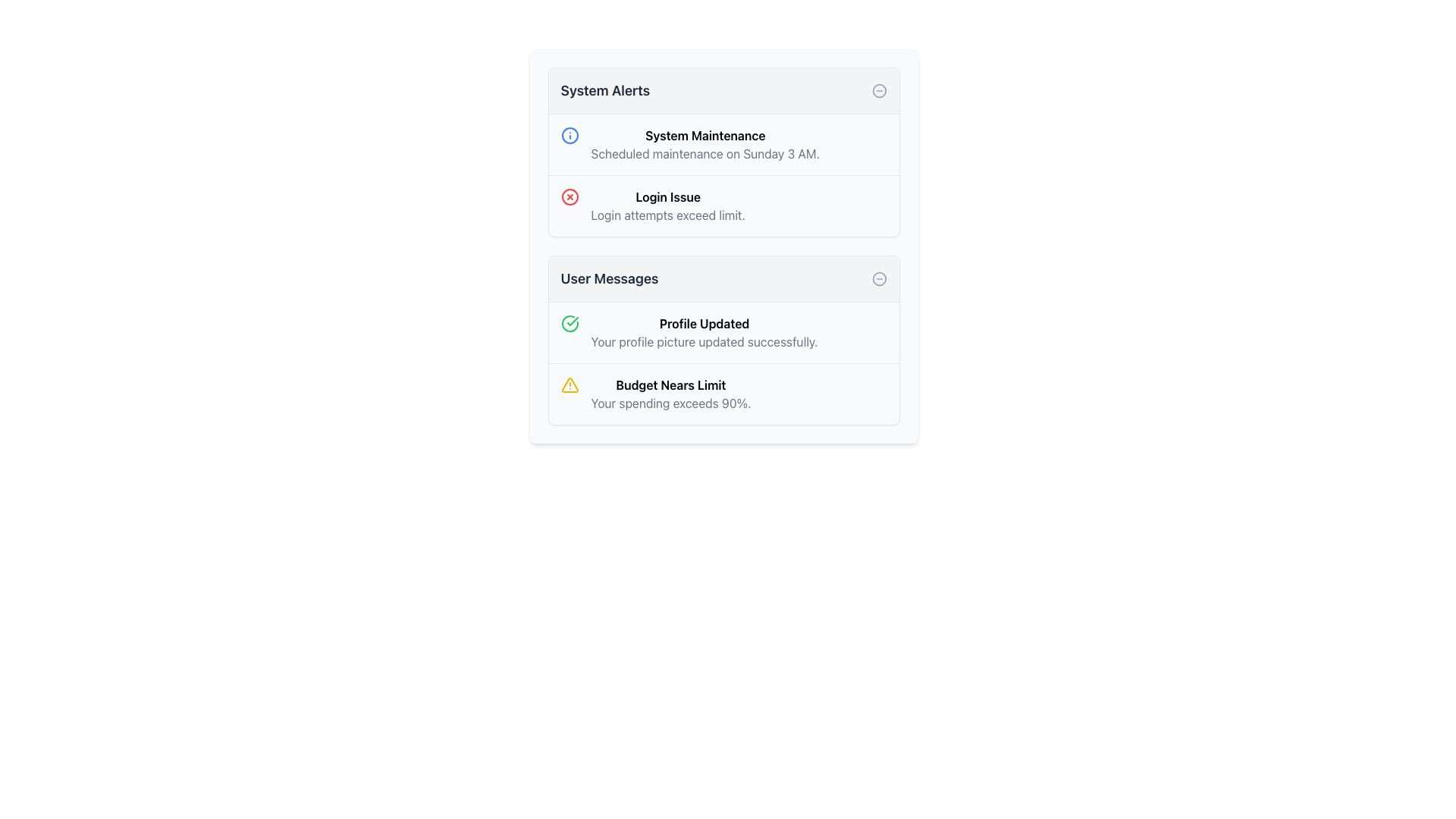  What do you see at coordinates (879, 278) in the screenshot?
I see `the icon button located in the top-right corner of the 'User Messages' section` at bounding box center [879, 278].